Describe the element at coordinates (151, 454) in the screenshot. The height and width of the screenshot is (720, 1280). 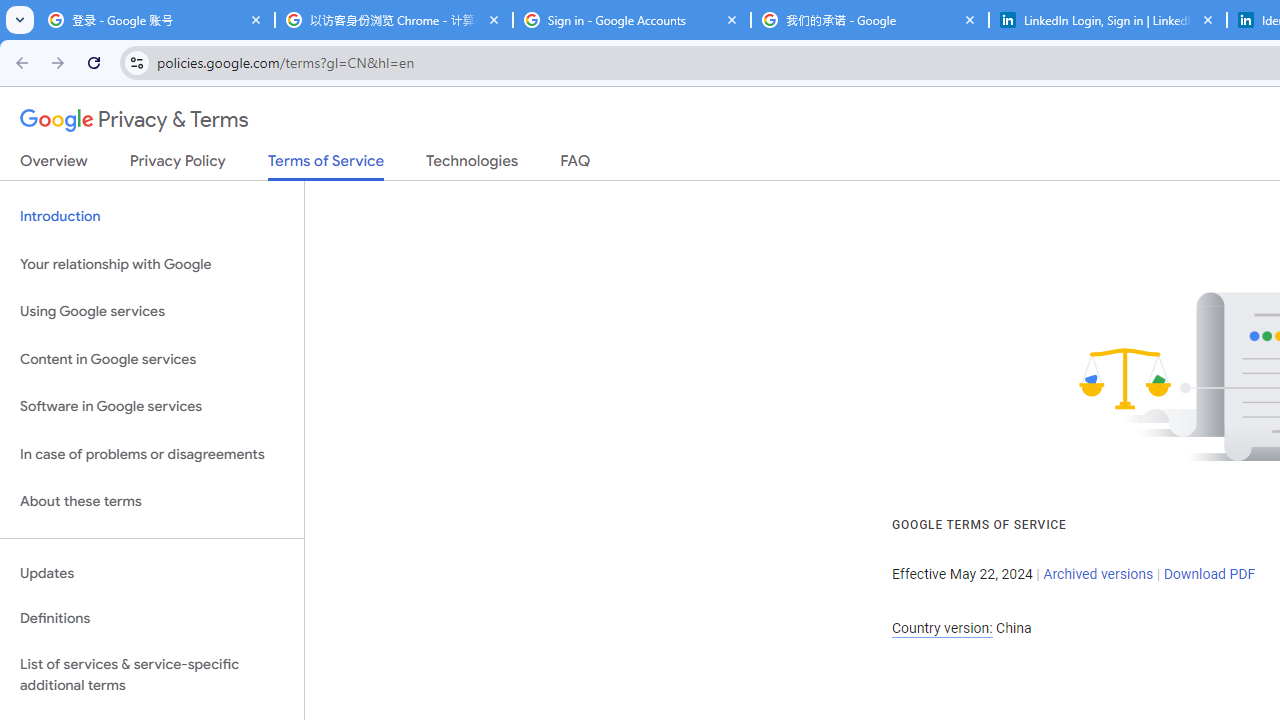
I see `'In case of problems or disagreements'` at that location.